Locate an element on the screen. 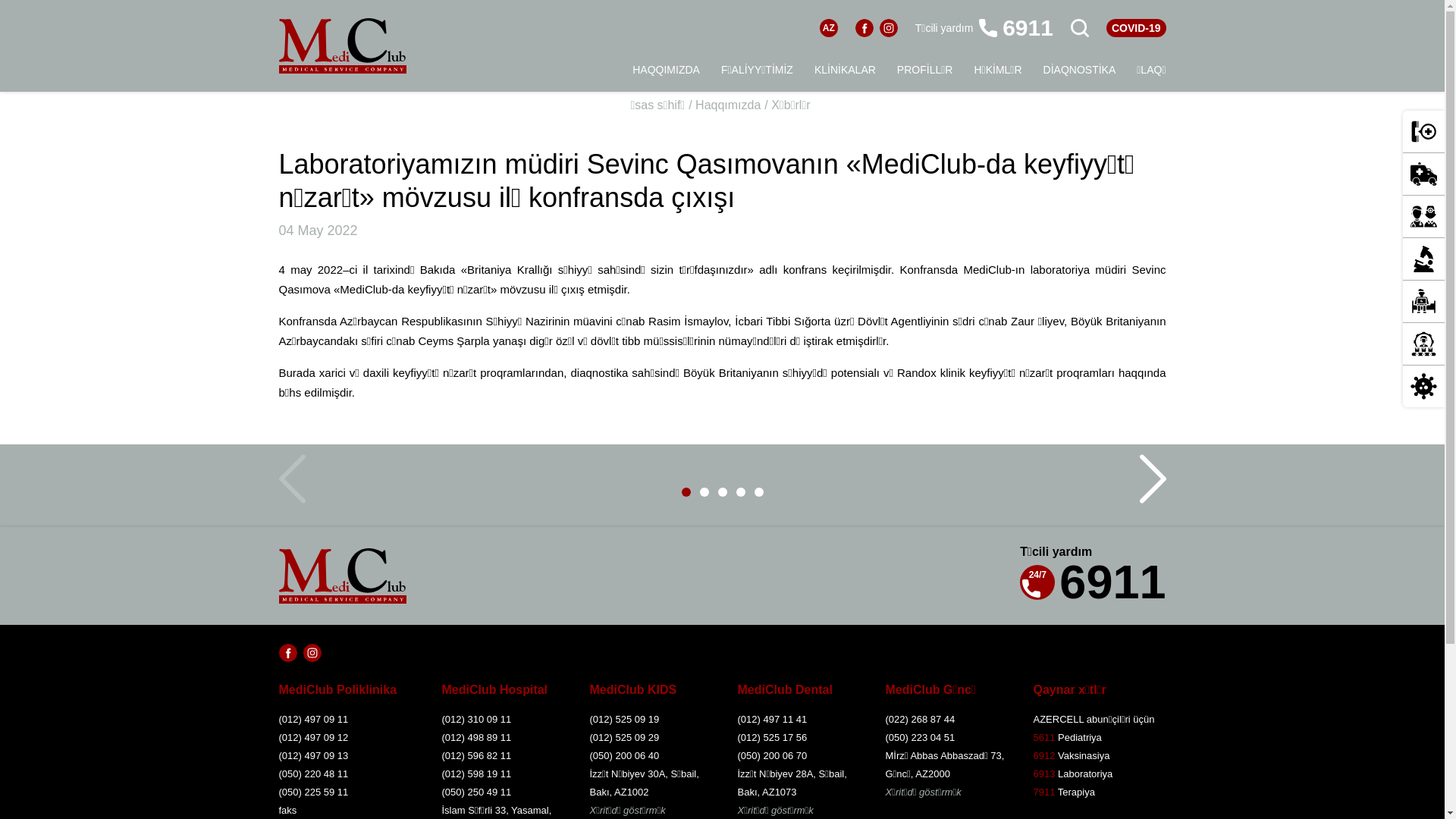 The height and width of the screenshot is (819, 1456). '(012) 497 11 41' is located at coordinates (736, 718).